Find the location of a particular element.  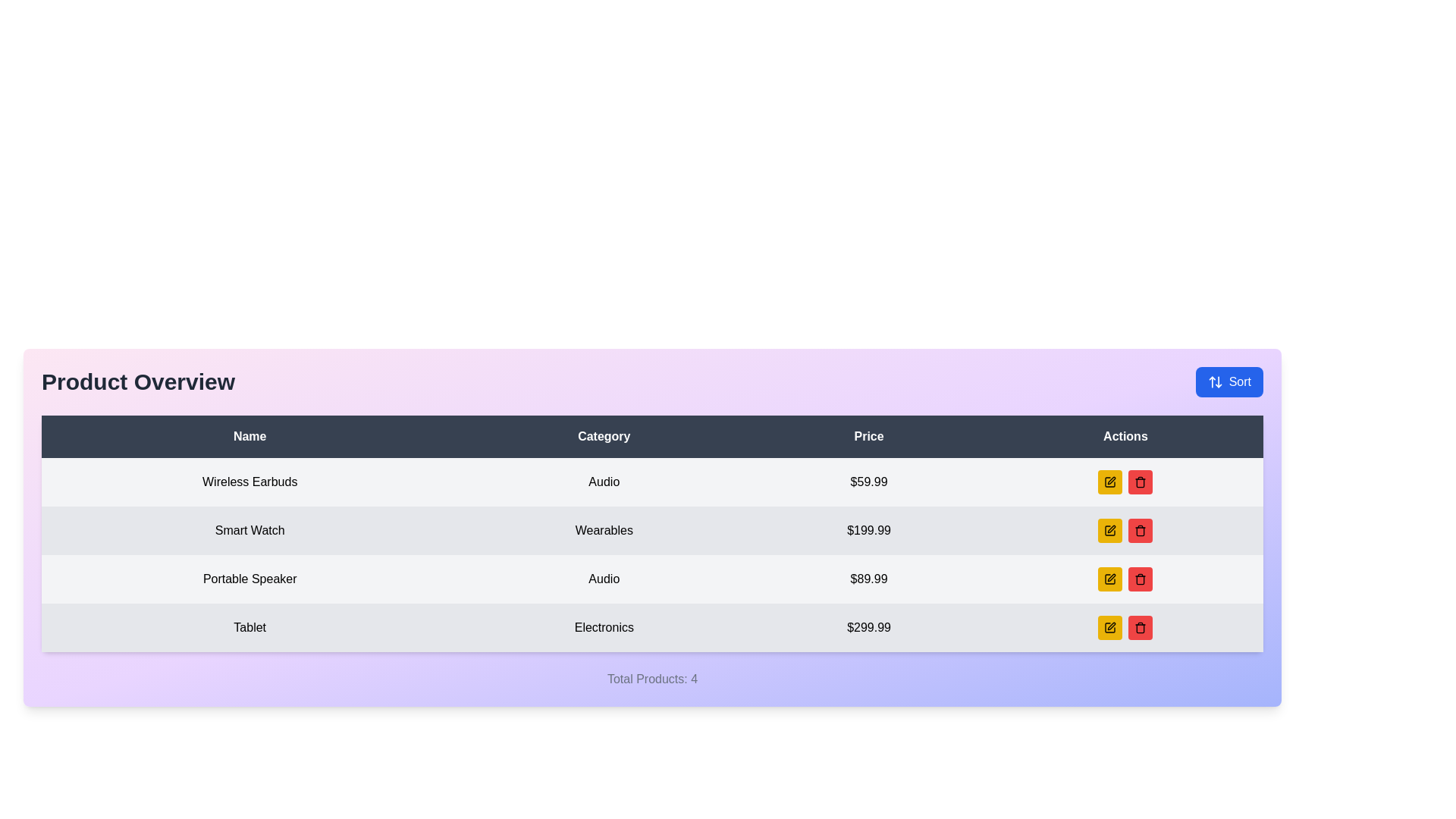

the yellow pen icon in the fourth row of the 'Actions' column is located at coordinates (1112, 626).